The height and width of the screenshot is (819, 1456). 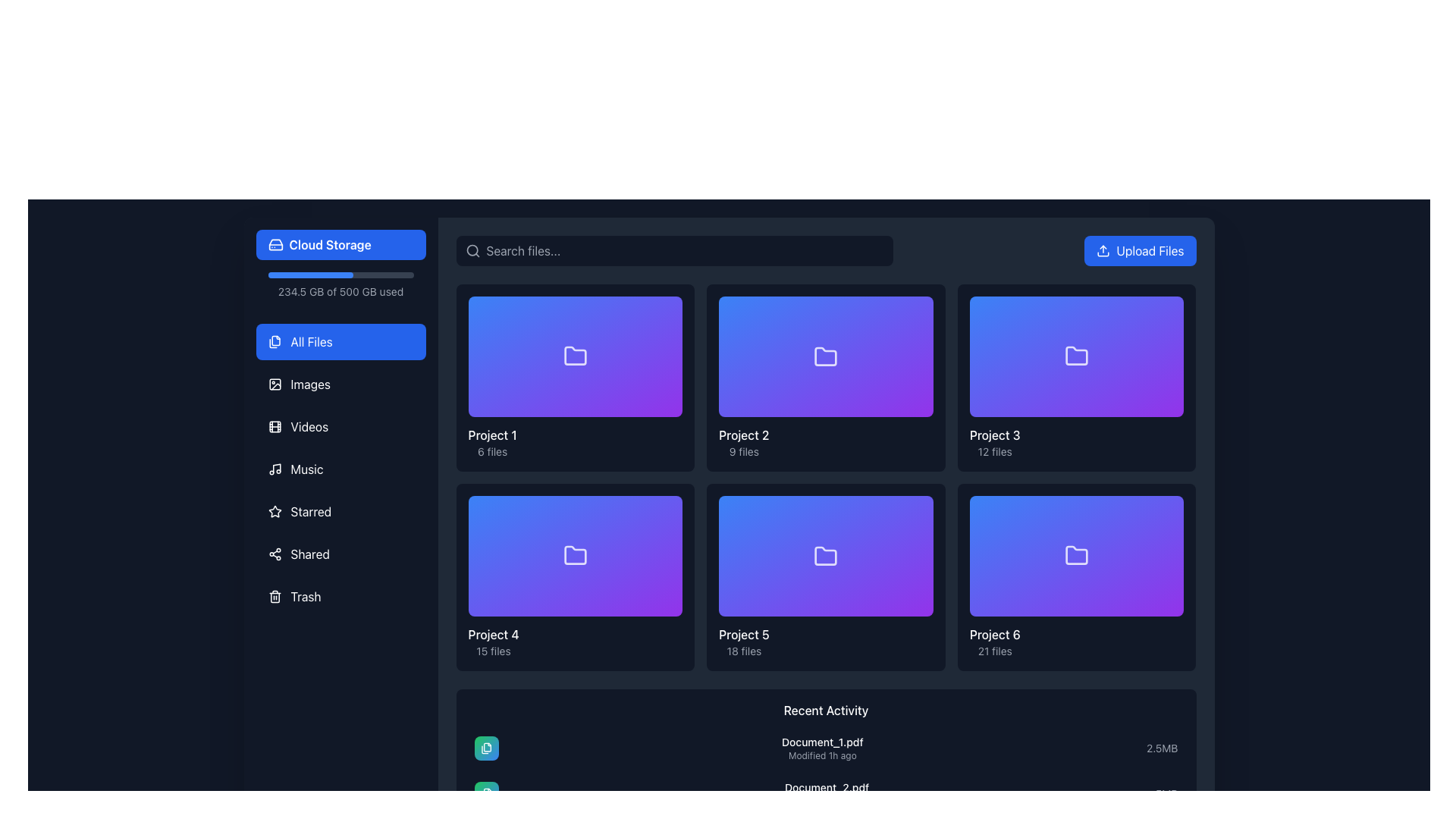 What do you see at coordinates (275, 342) in the screenshot?
I see `the SVG icon associated with the 'All Files' menu option` at bounding box center [275, 342].